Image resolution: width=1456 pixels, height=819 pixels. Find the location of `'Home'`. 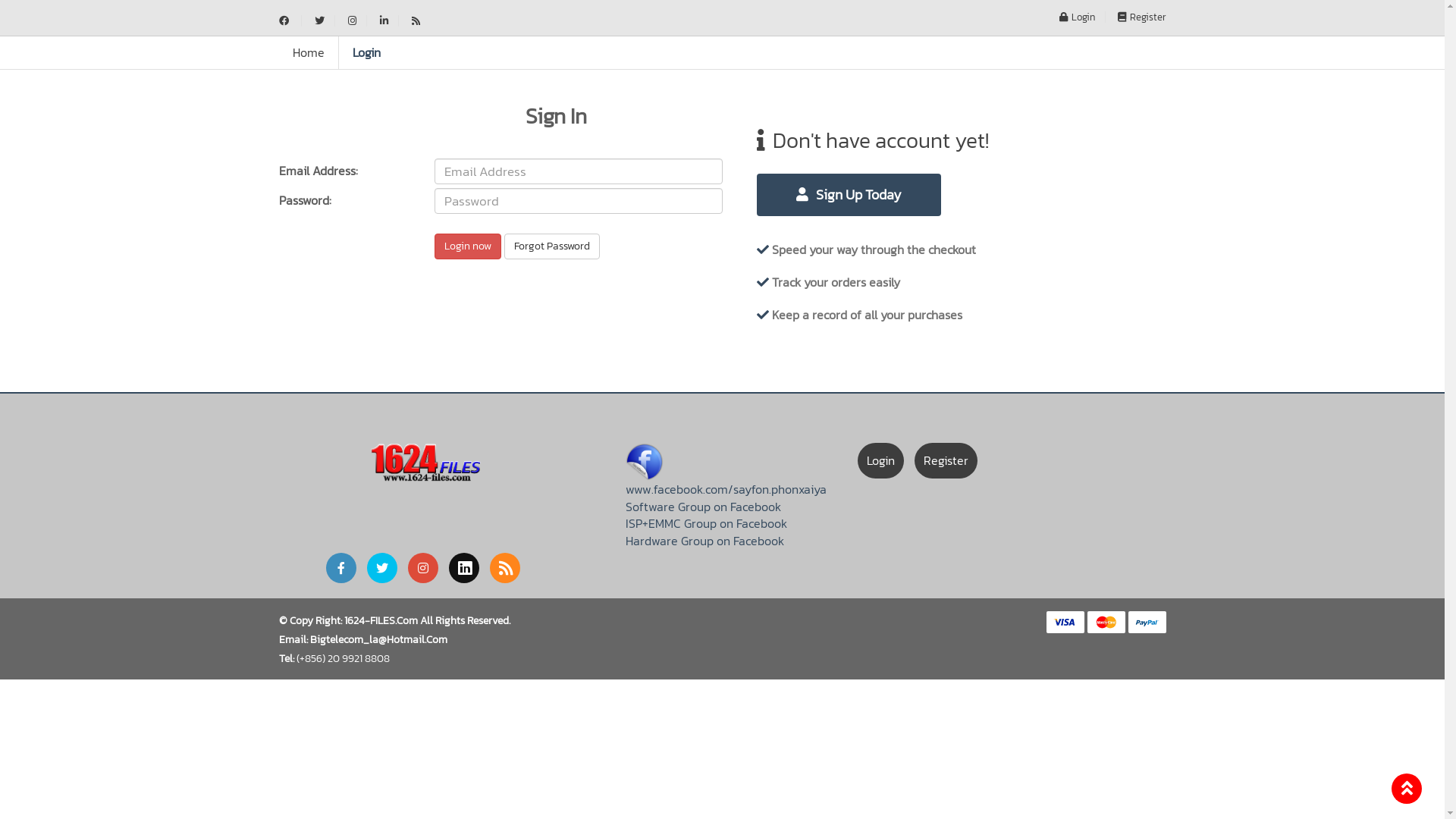

'Home' is located at coordinates (279, 52).